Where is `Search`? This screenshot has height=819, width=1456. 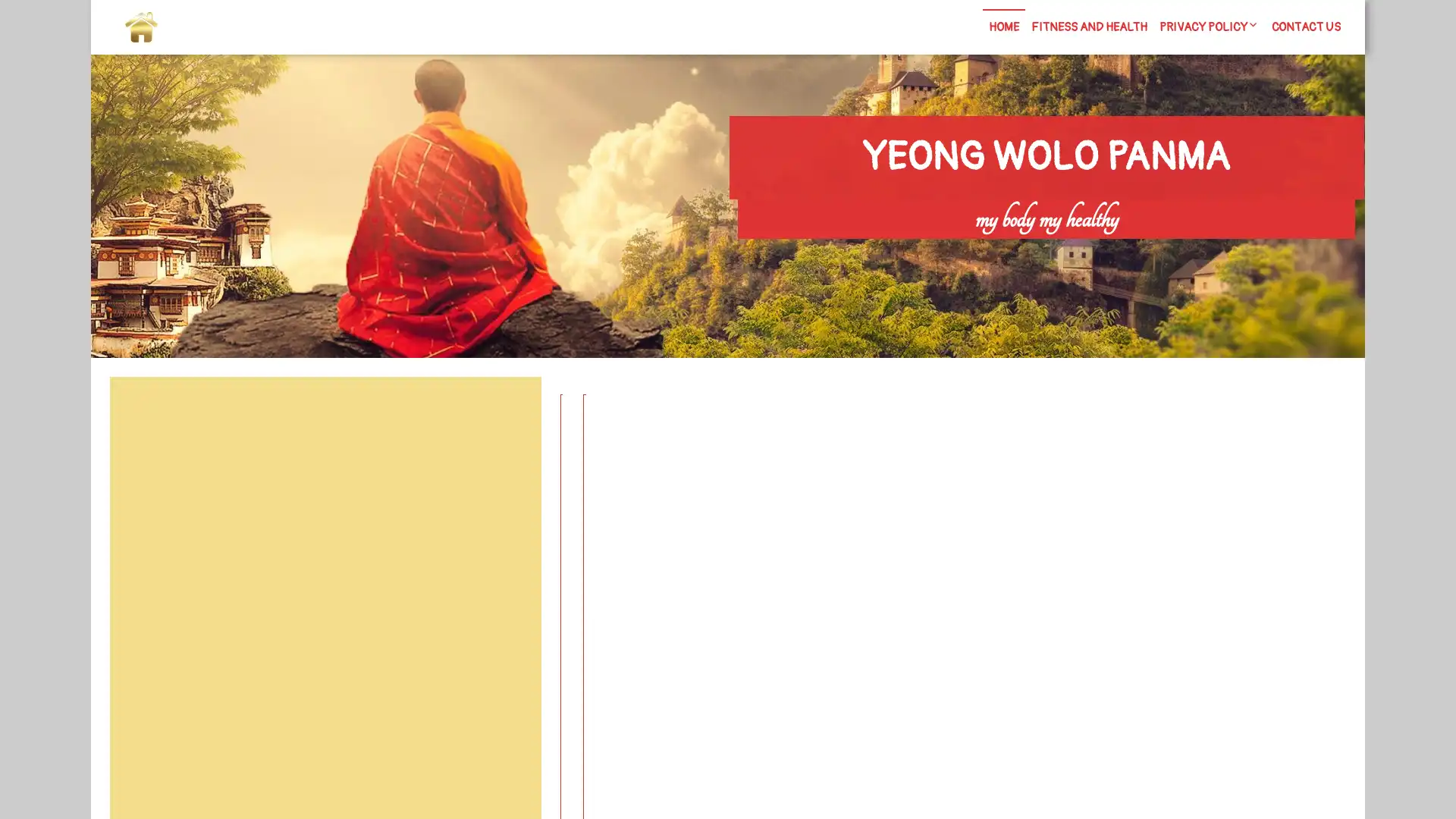
Search is located at coordinates (1181, 248).